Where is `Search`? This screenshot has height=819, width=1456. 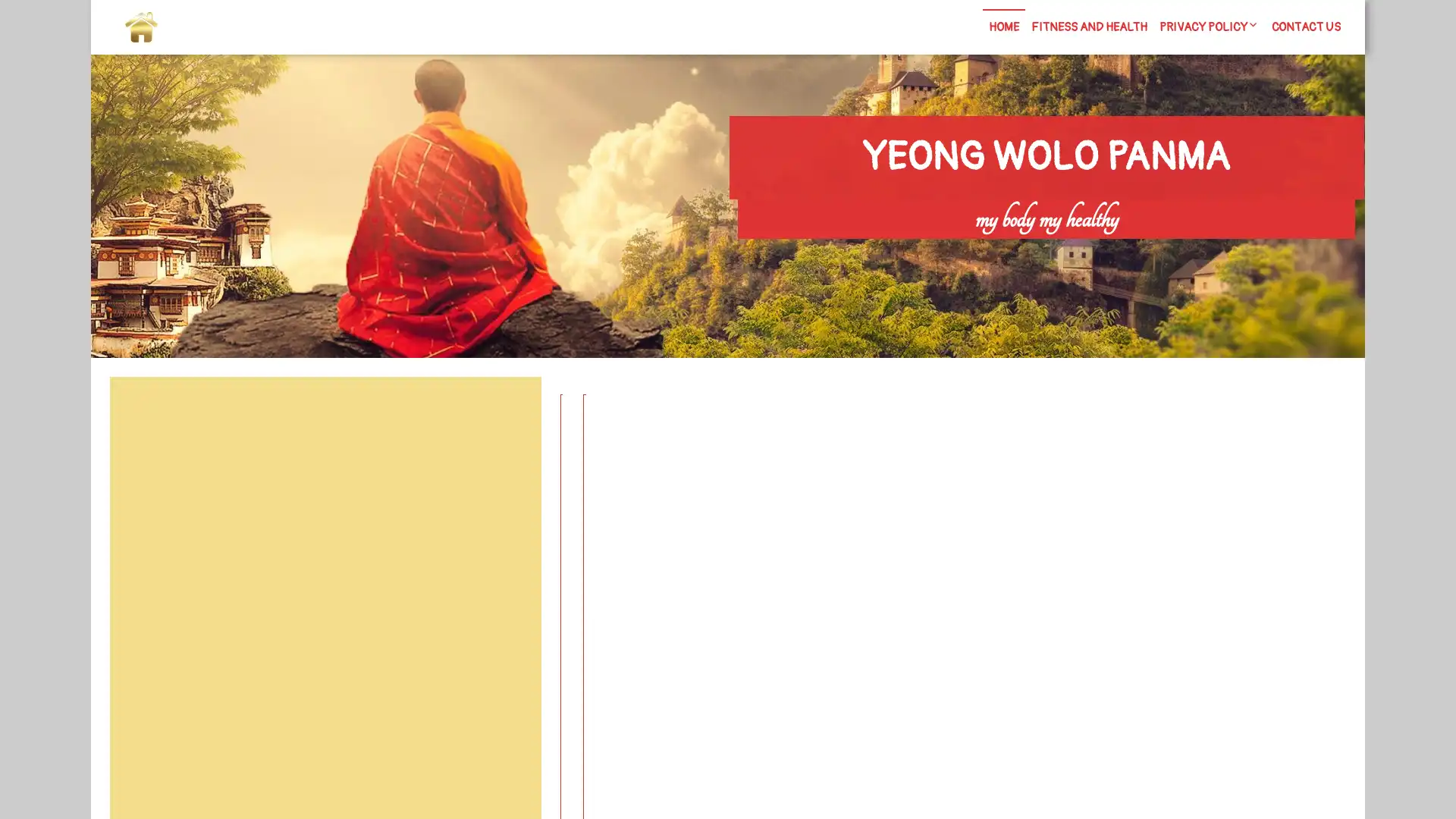
Search is located at coordinates (1181, 248).